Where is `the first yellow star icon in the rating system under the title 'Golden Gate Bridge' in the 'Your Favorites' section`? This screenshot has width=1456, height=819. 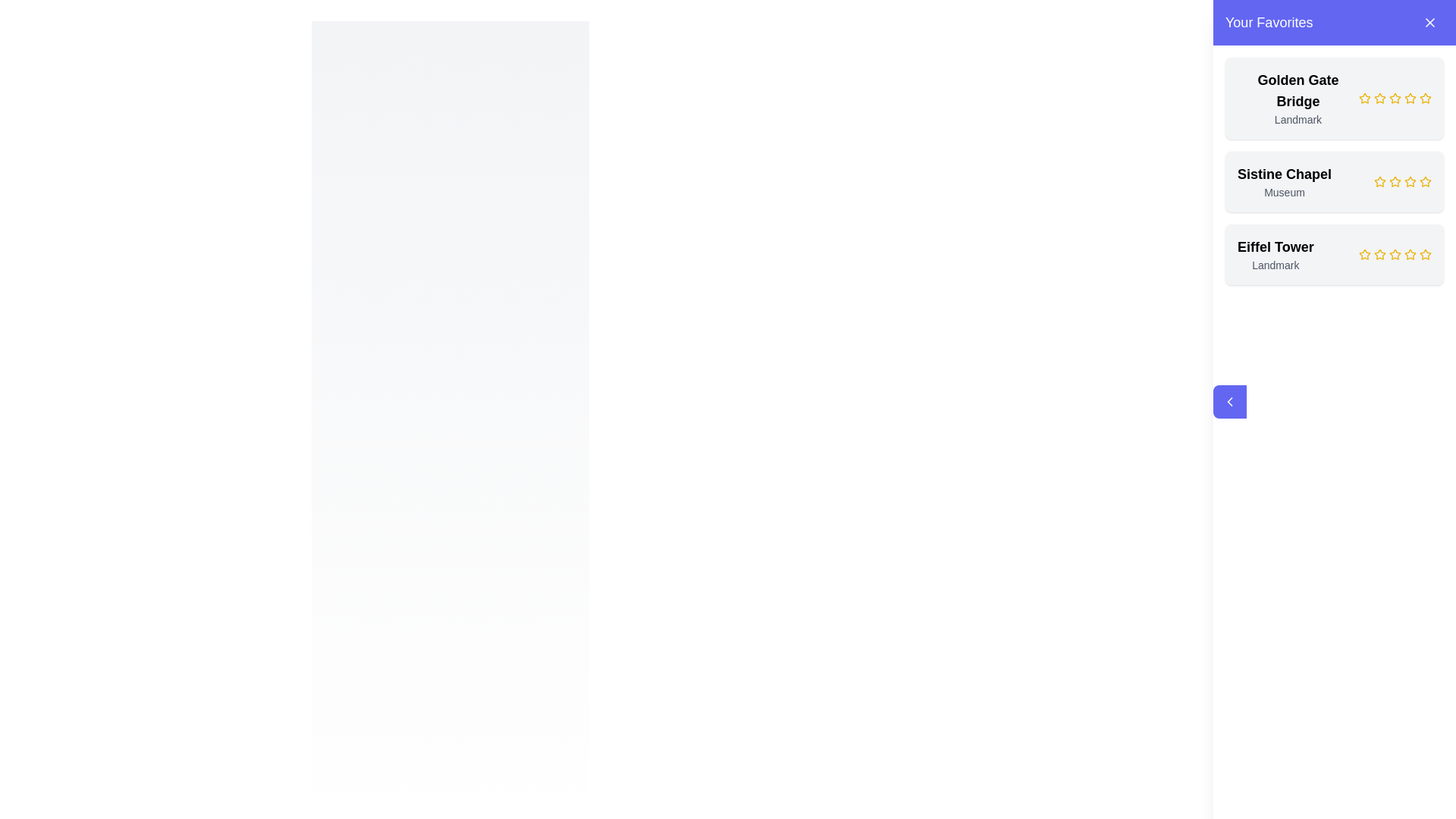
the first yellow star icon in the rating system under the title 'Golden Gate Bridge' in the 'Your Favorites' section is located at coordinates (1379, 98).